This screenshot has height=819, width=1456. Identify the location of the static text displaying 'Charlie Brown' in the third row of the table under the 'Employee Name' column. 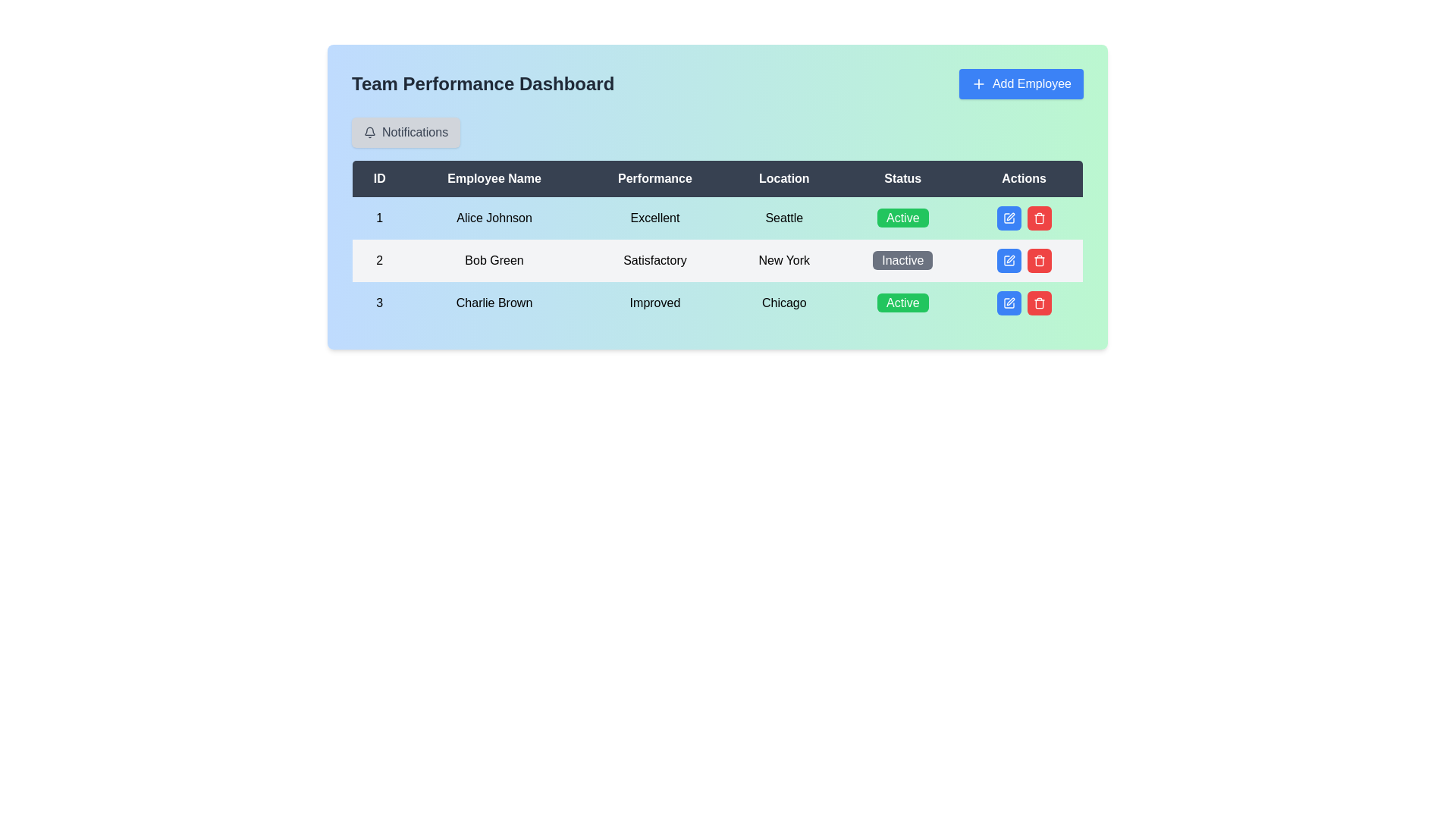
(494, 303).